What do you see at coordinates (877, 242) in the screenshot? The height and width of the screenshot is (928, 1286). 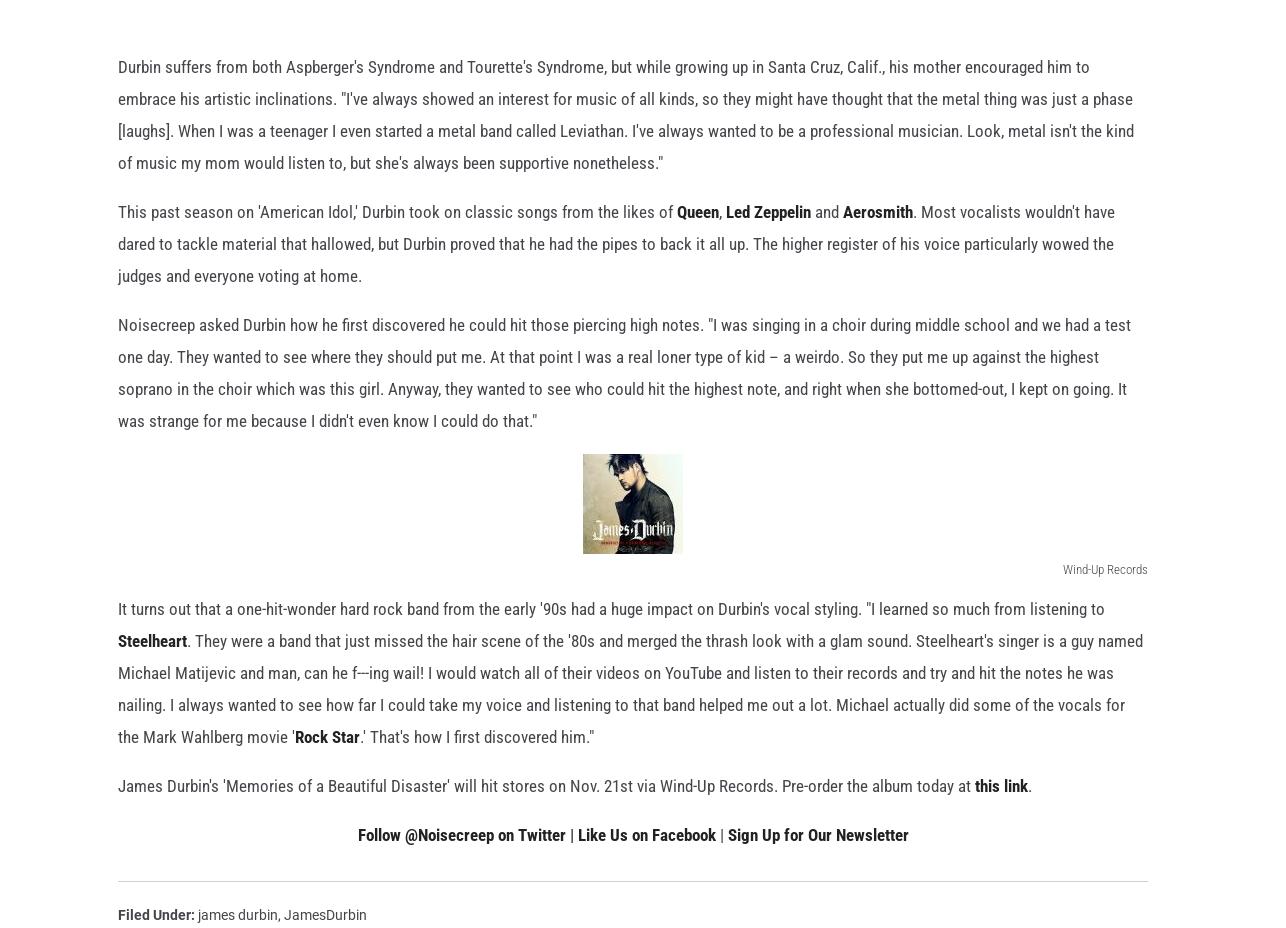 I see `'Aerosmith'` at bounding box center [877, 242].